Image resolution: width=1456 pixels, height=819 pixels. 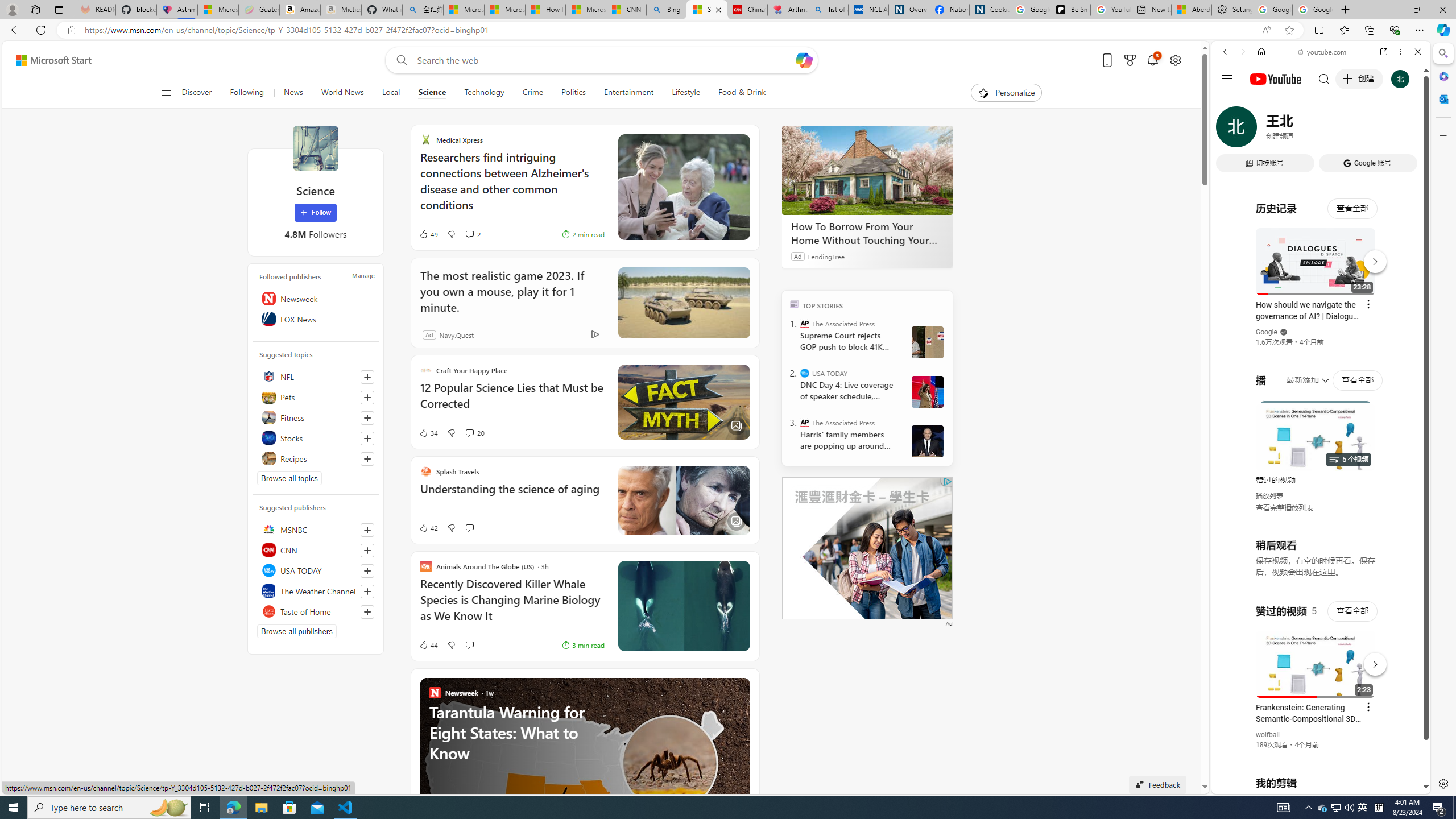 I want to click on 'Open Copilot', so click(x=804, y=59).